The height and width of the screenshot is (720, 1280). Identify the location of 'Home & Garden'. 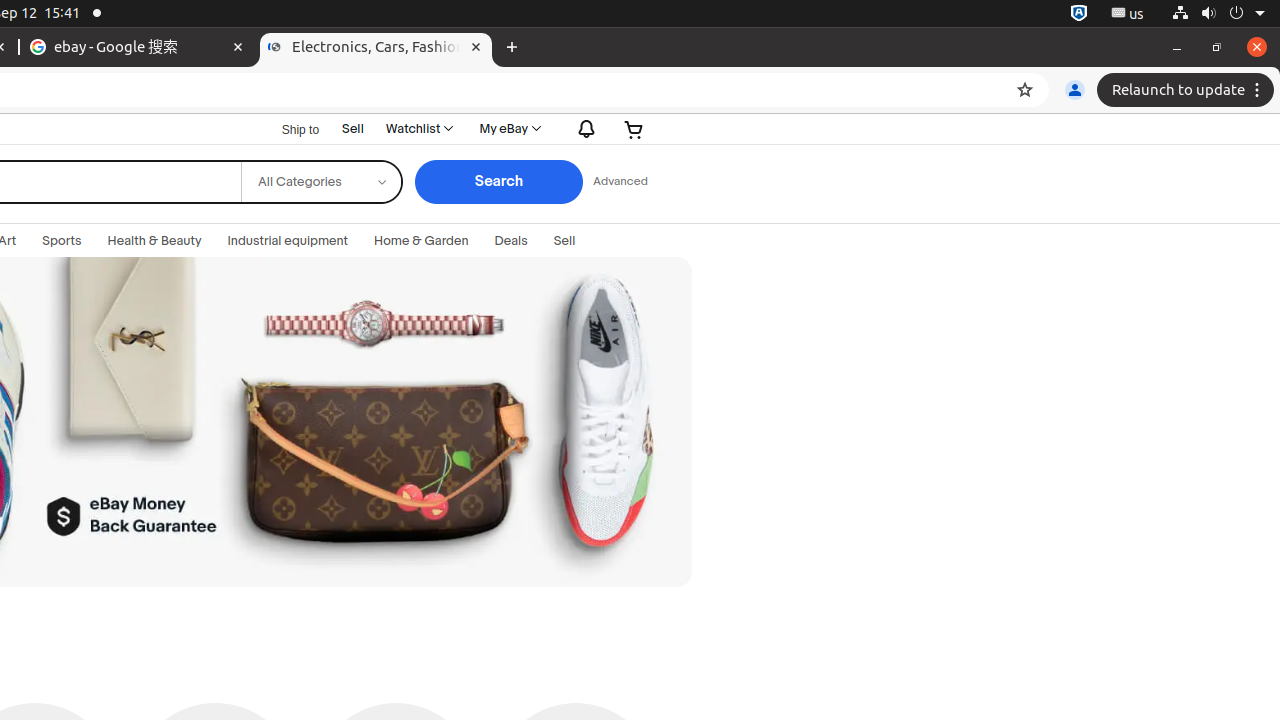
(420, 239).